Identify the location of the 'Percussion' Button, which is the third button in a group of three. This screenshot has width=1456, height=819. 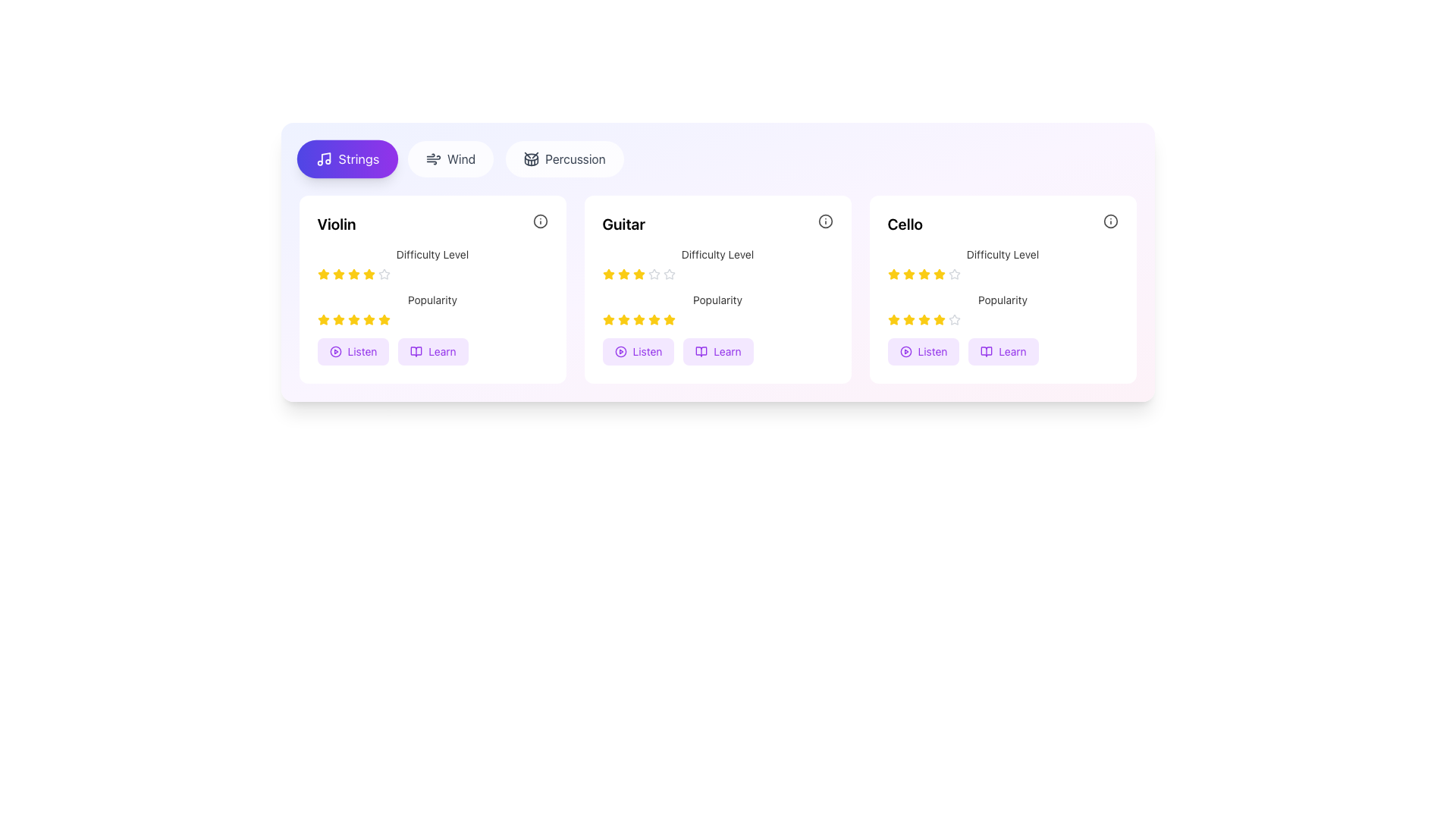
(563, 158).